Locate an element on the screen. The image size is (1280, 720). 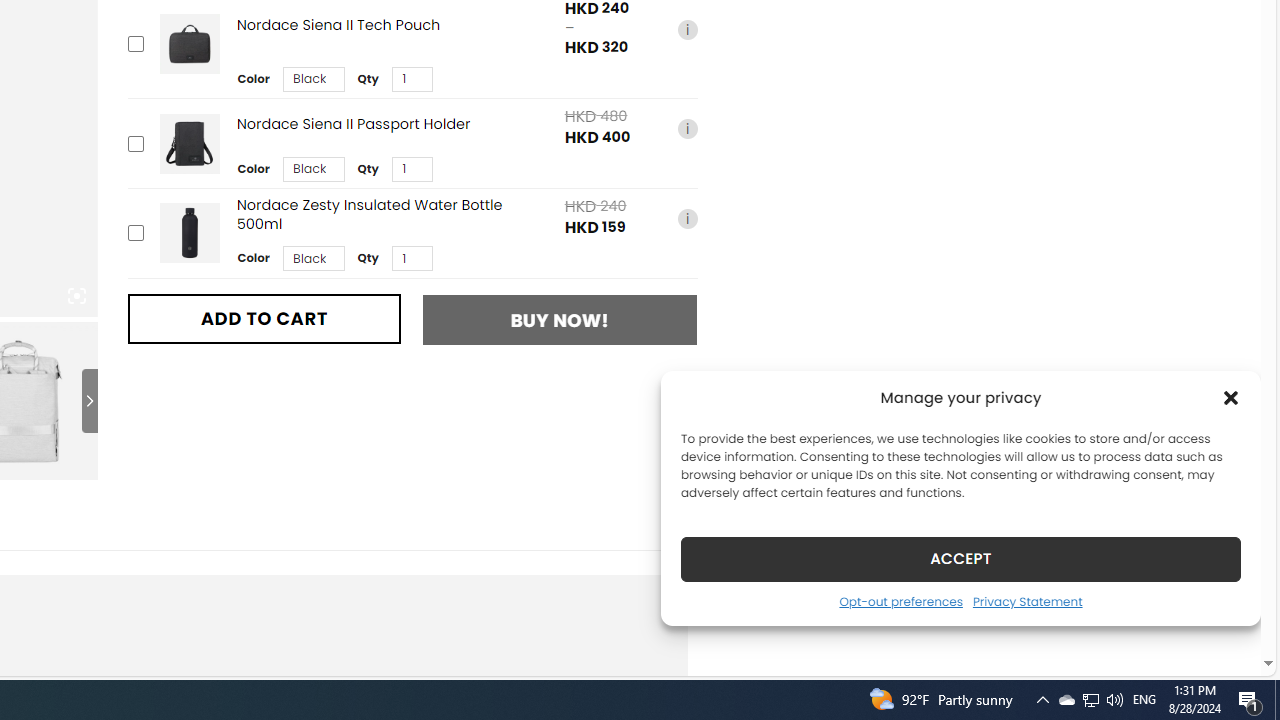
'Privacy Statement' is located at coordinates (1027, 600).